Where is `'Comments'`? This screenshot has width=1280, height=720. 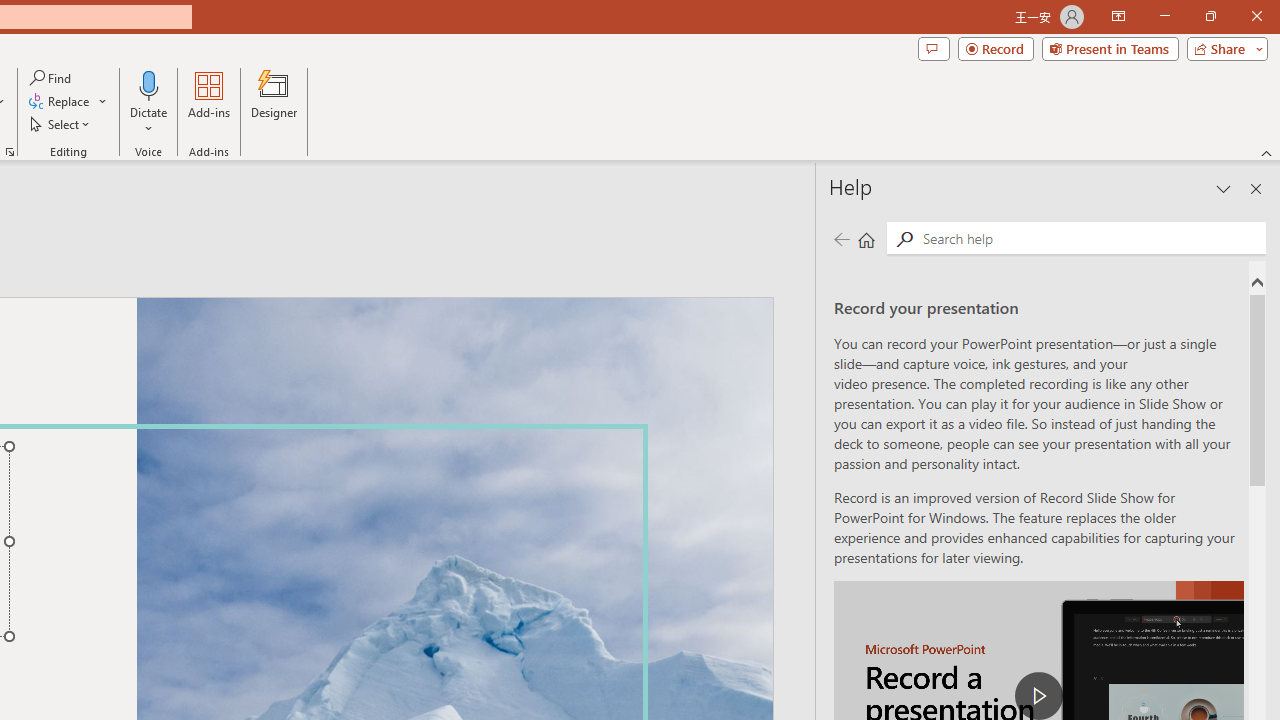 'Comments' is located at coordinates (932, 47).